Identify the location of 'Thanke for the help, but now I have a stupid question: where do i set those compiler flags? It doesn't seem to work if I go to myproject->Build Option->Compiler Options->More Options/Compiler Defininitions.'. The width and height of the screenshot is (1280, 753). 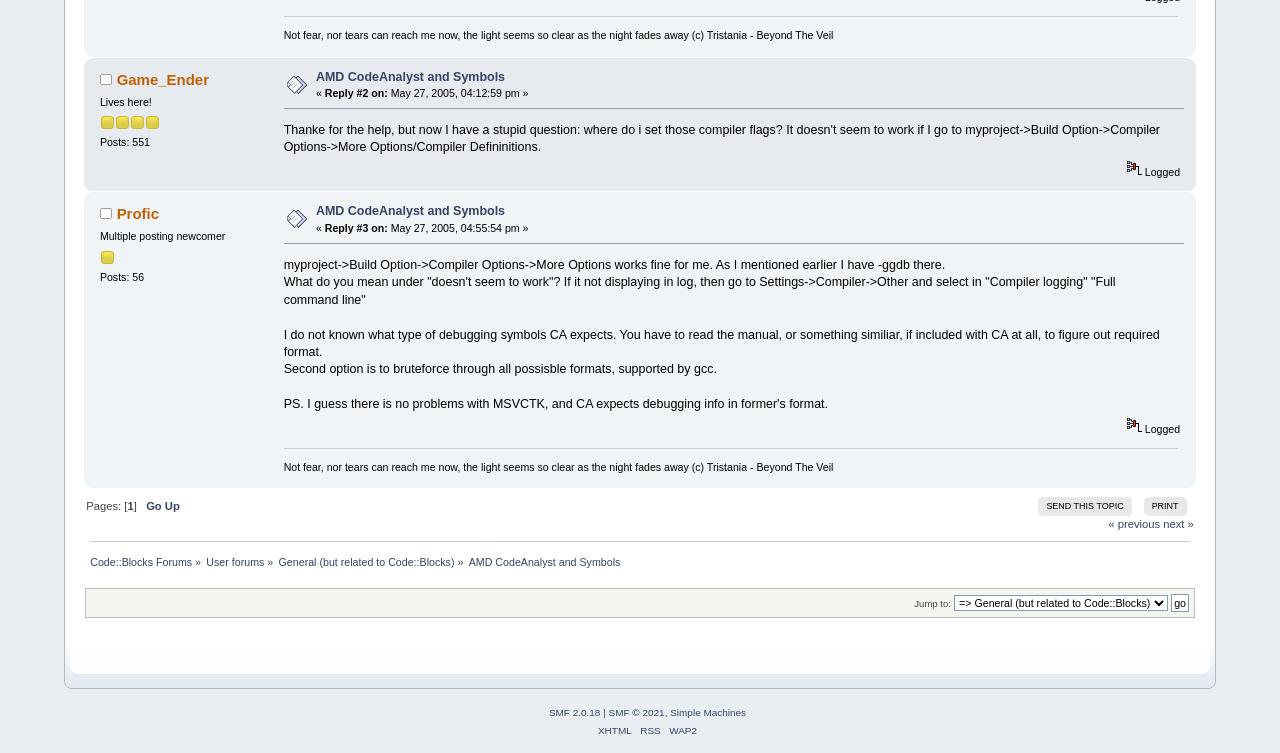
(282, 137).